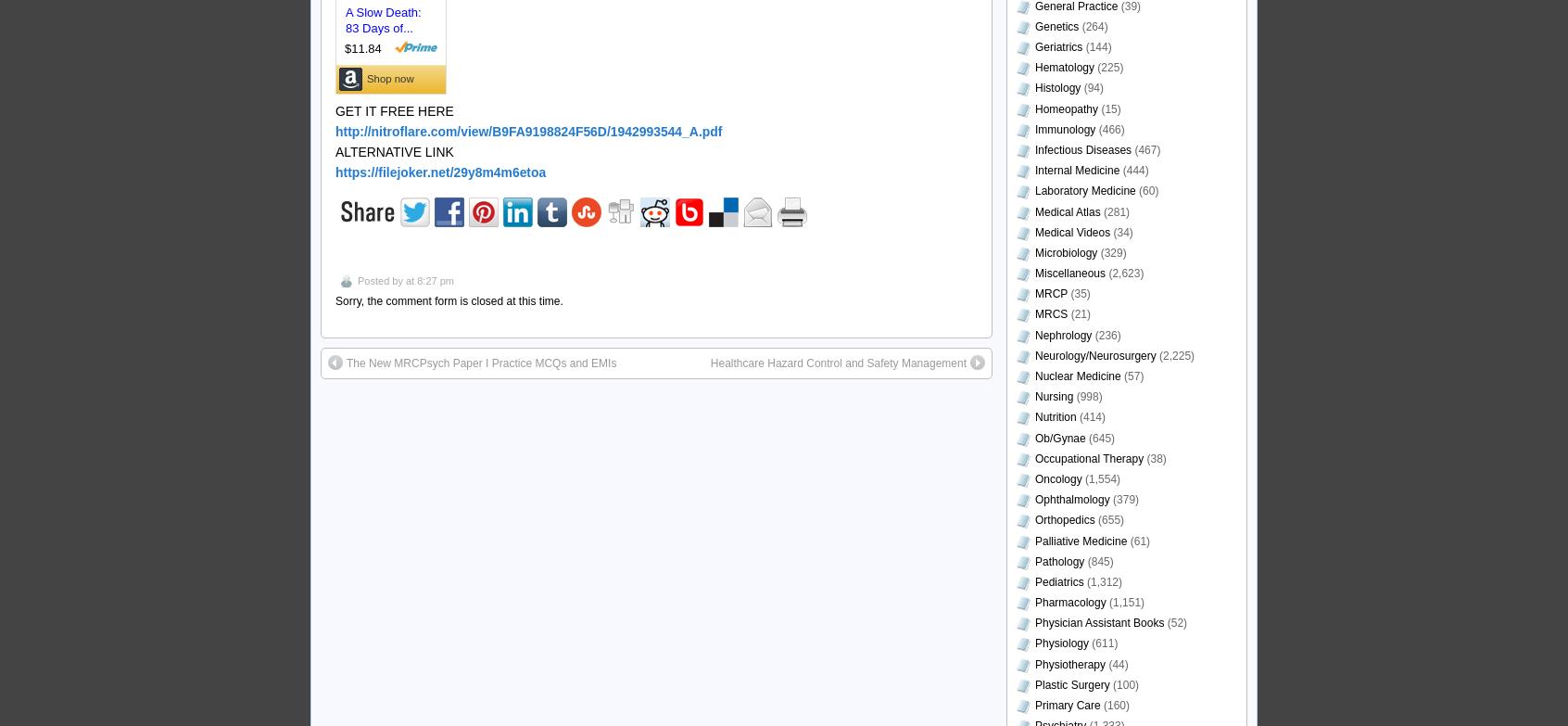 This screenshot has width=1568, height=726. What do you see at coordinates (527, 131) in the screenshot?
I see `'http://nitroflare.com/view/B9FA9198824F56D/1942993544_A.pdf'` at bounding box center [527, 131].